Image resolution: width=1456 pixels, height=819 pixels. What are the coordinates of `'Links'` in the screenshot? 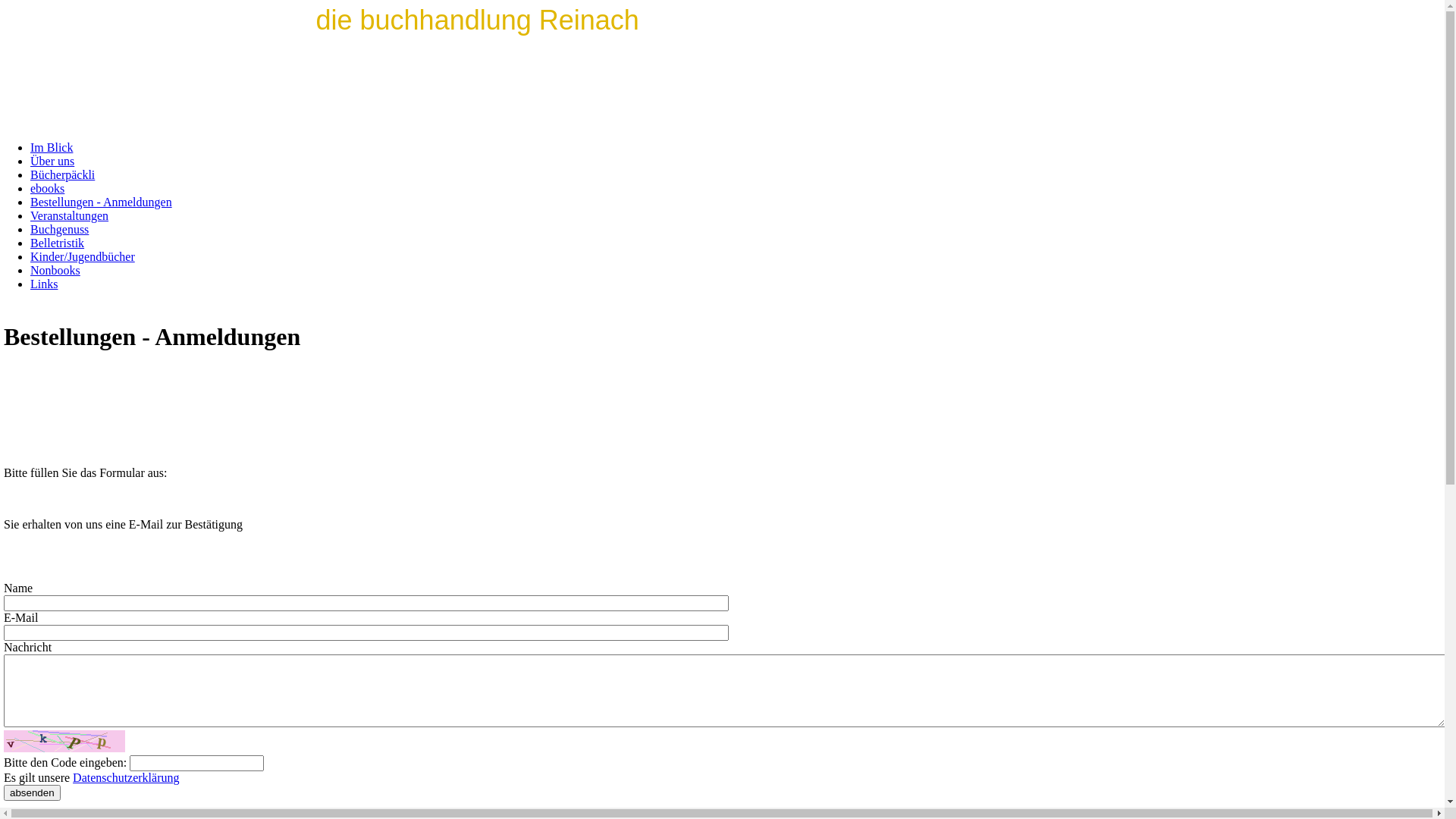 It's located at (43, 284).